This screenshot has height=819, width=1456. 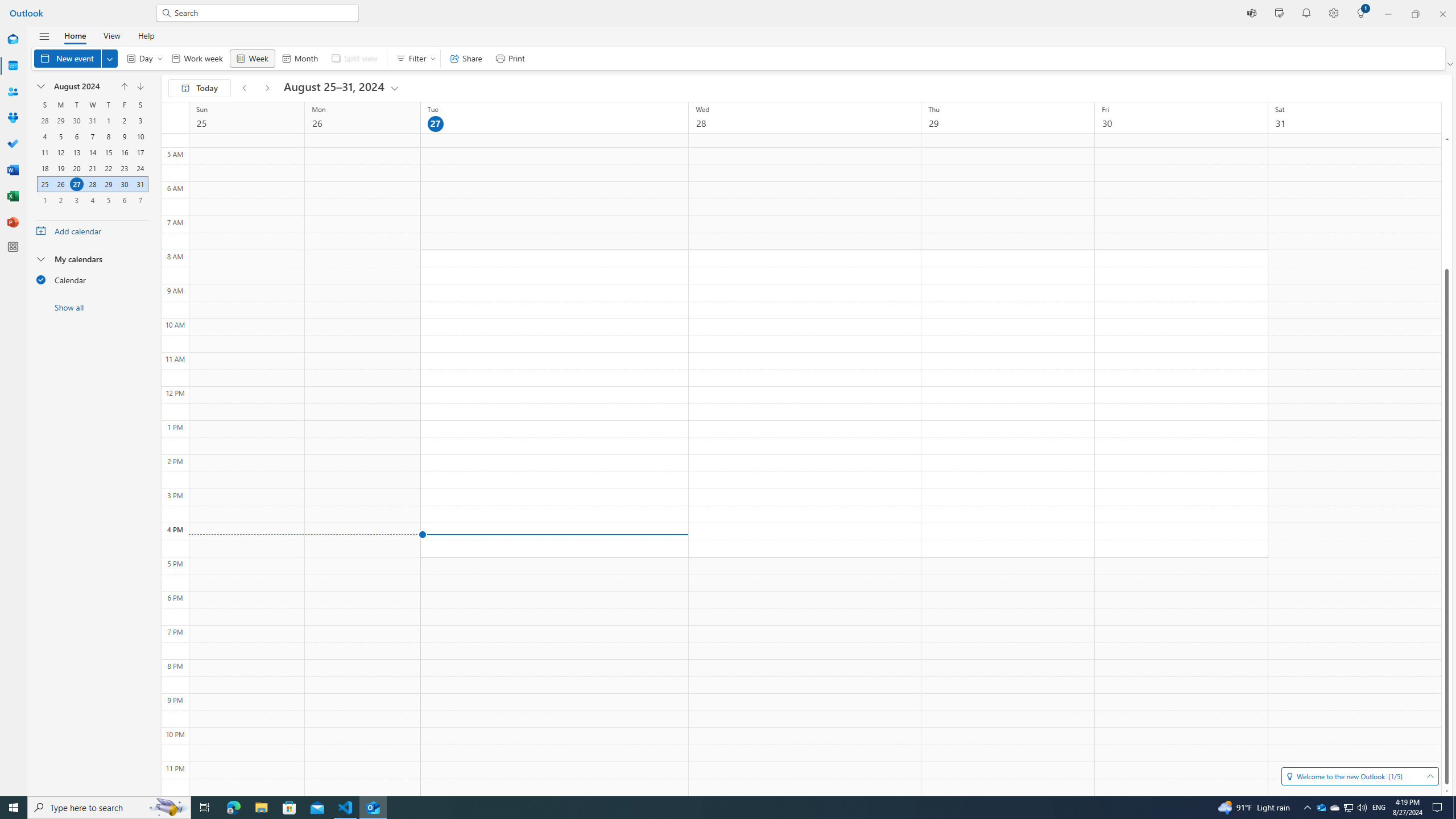 I want to click on 'People', so click(x=13, y=92).